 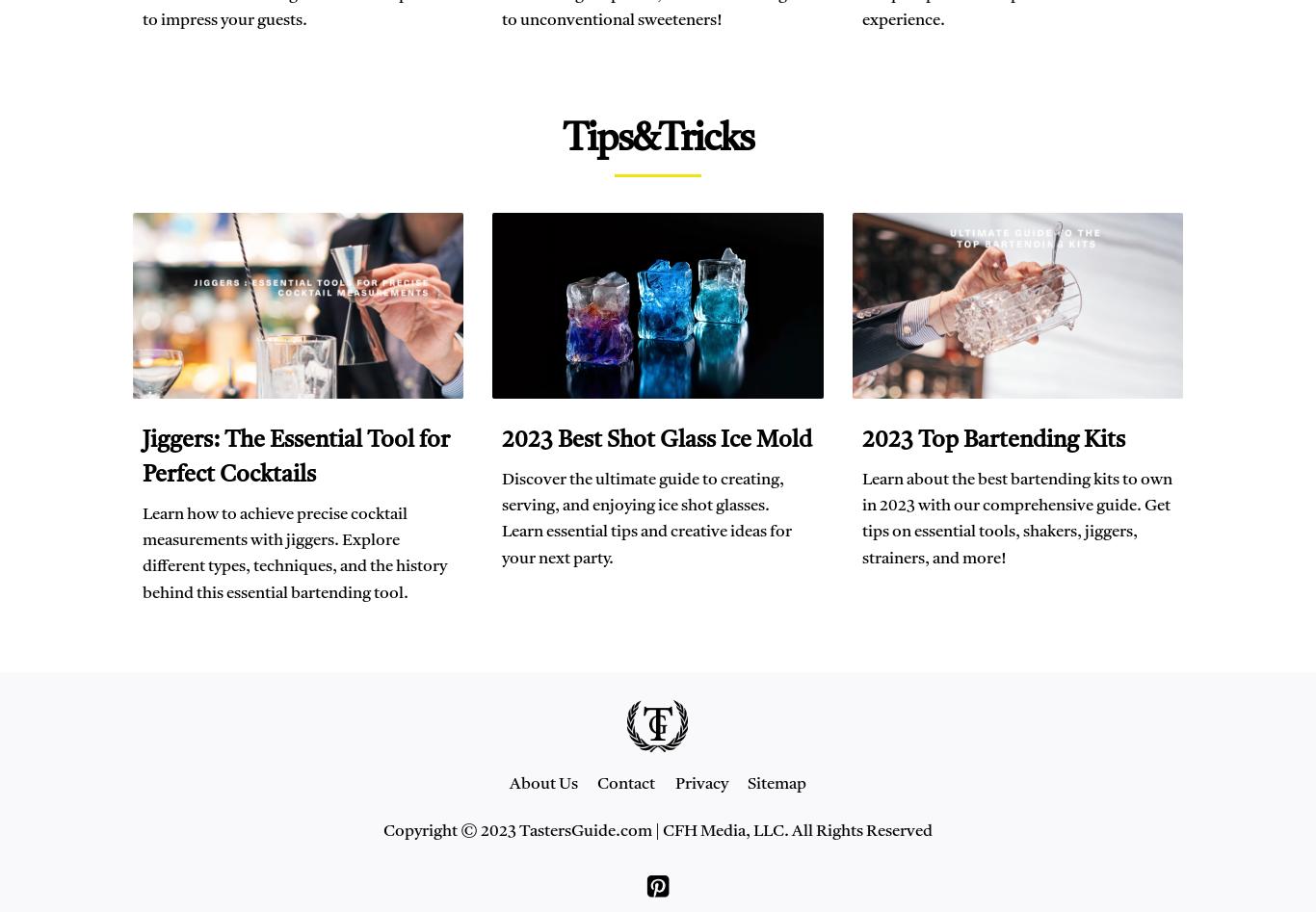 I want to click on 'Privacy', so click(x=700, y=783).